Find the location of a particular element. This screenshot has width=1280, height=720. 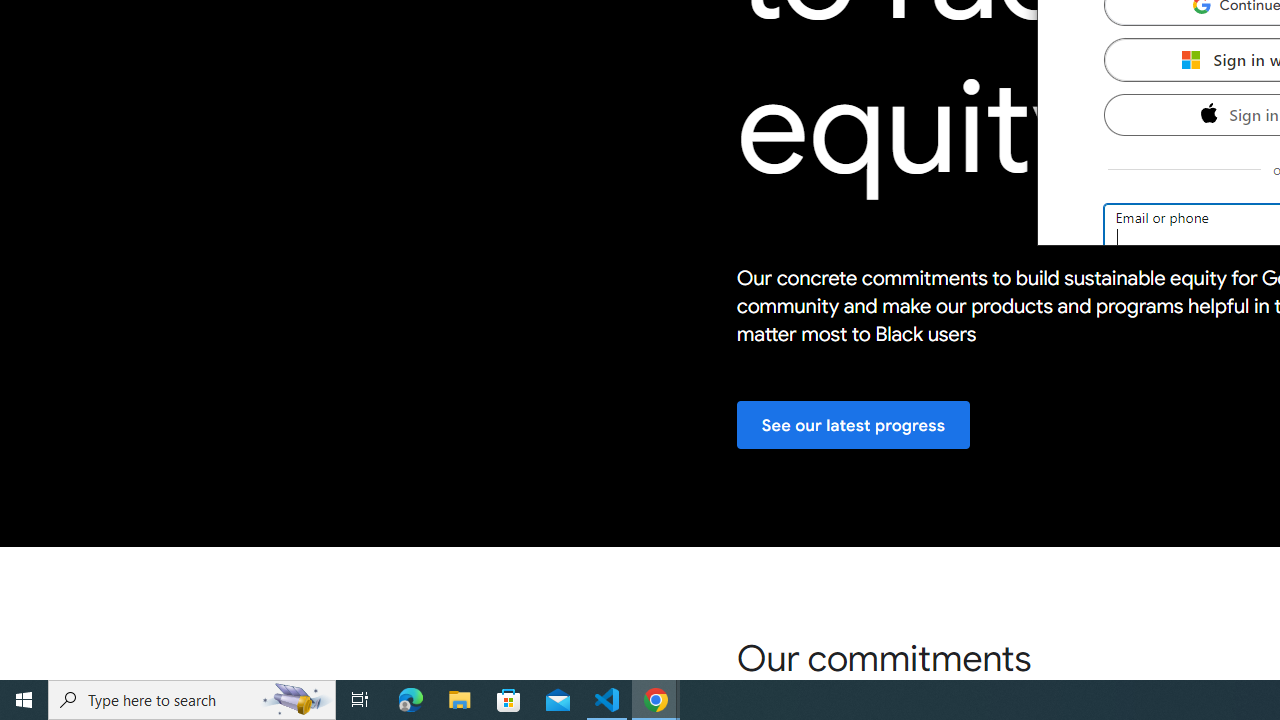

'Start' is located at coordinates (24, 698).